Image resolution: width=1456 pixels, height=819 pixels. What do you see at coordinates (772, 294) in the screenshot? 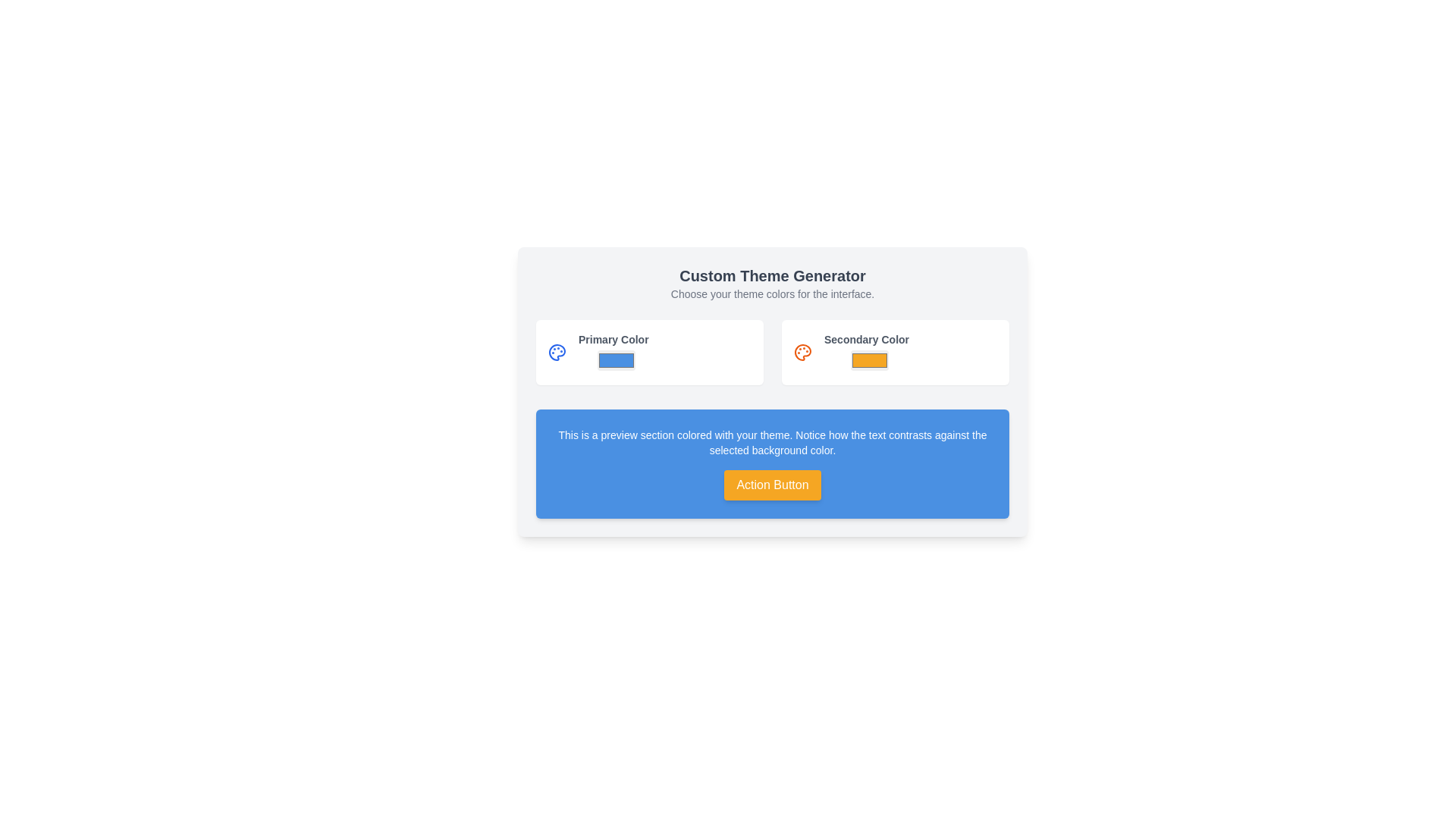
I see `the static text stating 'Choose your theme colors for the interface.' which is located directly beneath the title 'Custom Theme Generator'` at bounding box center [772, 294].